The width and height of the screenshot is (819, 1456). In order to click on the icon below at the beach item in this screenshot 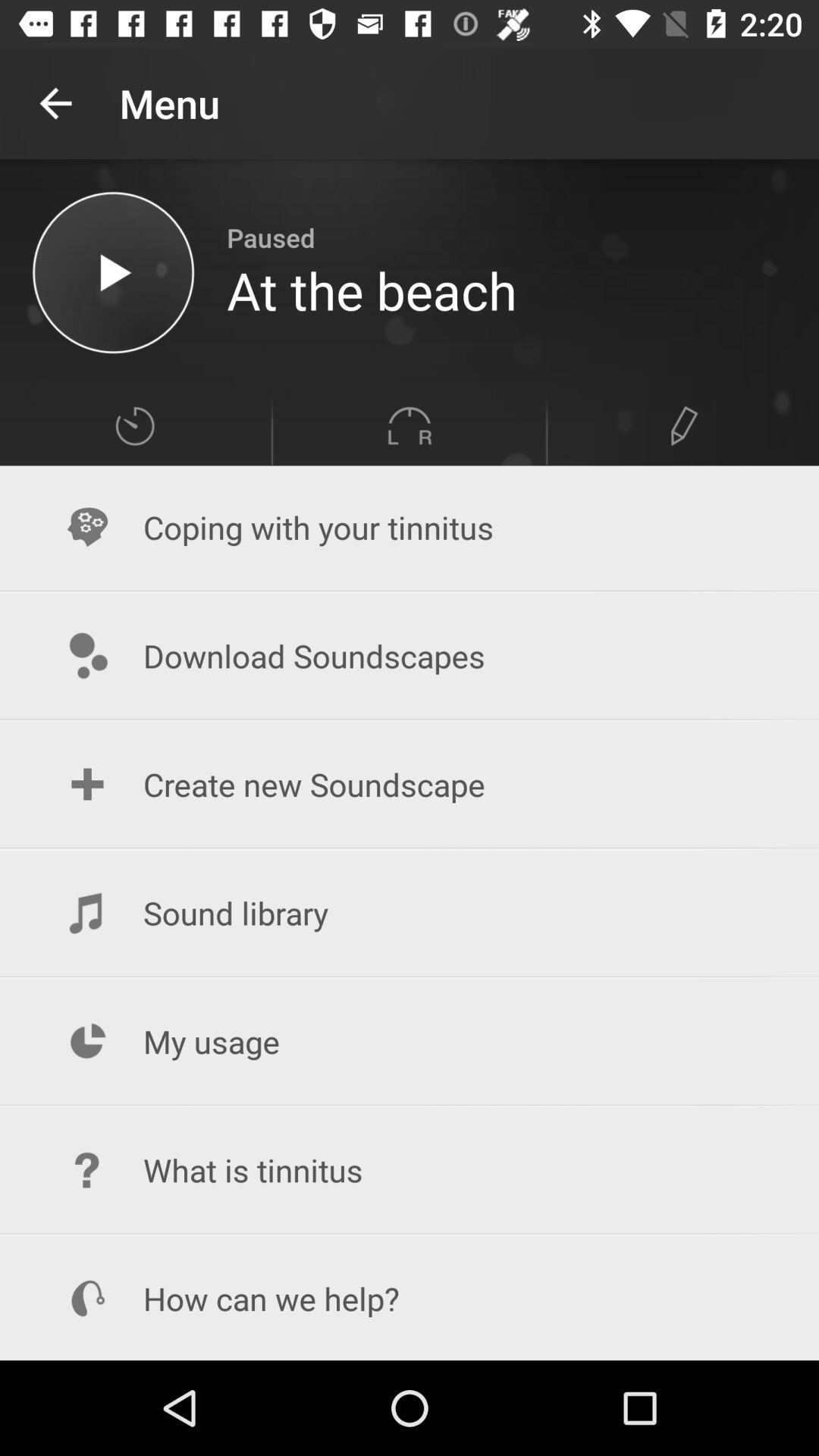, I will do `click(409, 425)`.